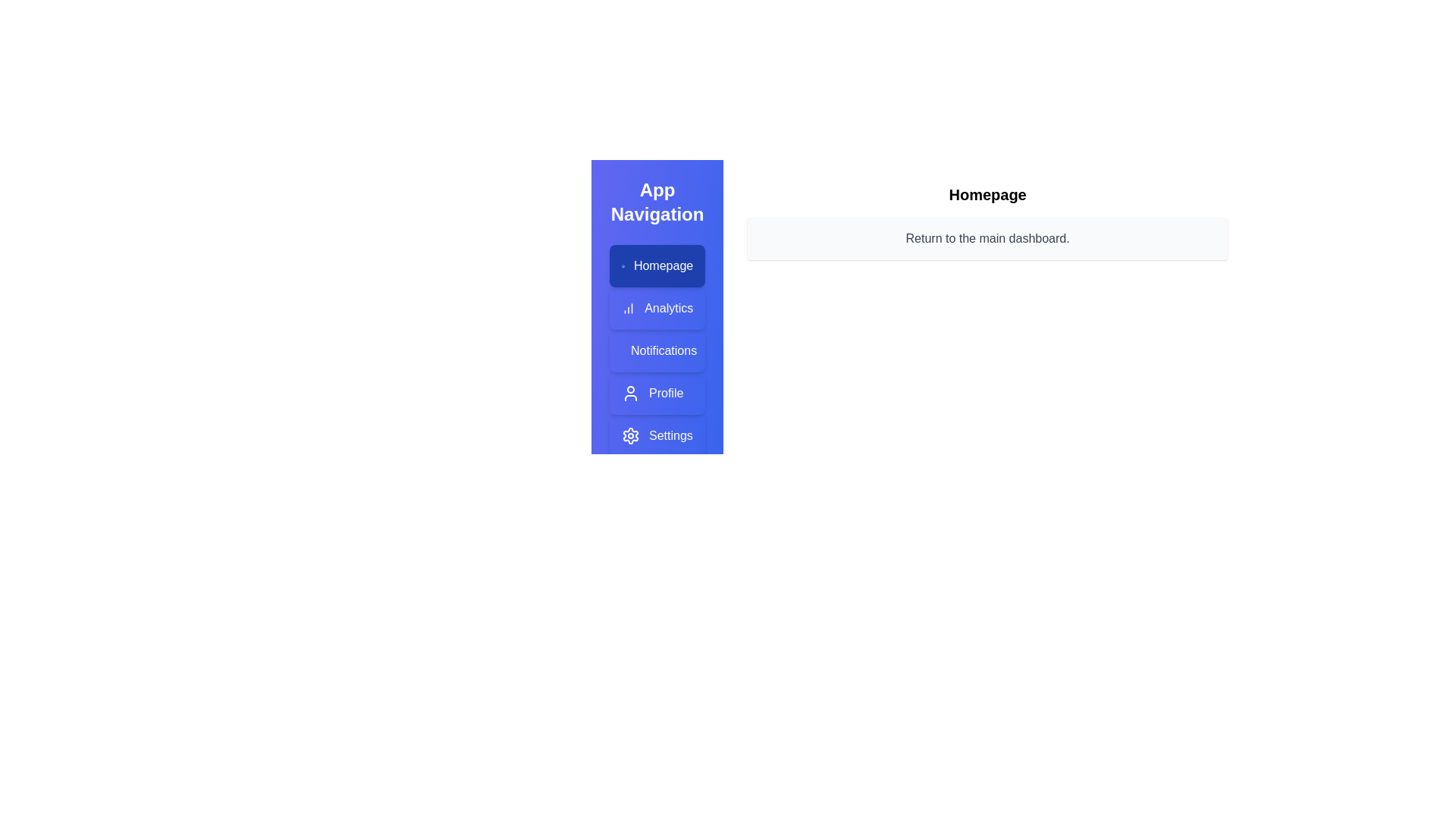 The height and width of the screenshot is (819, 1456). I want to click on the 'Analytics' icon located in the navigation menu under the 'Homepage' option, so click(629, 308).